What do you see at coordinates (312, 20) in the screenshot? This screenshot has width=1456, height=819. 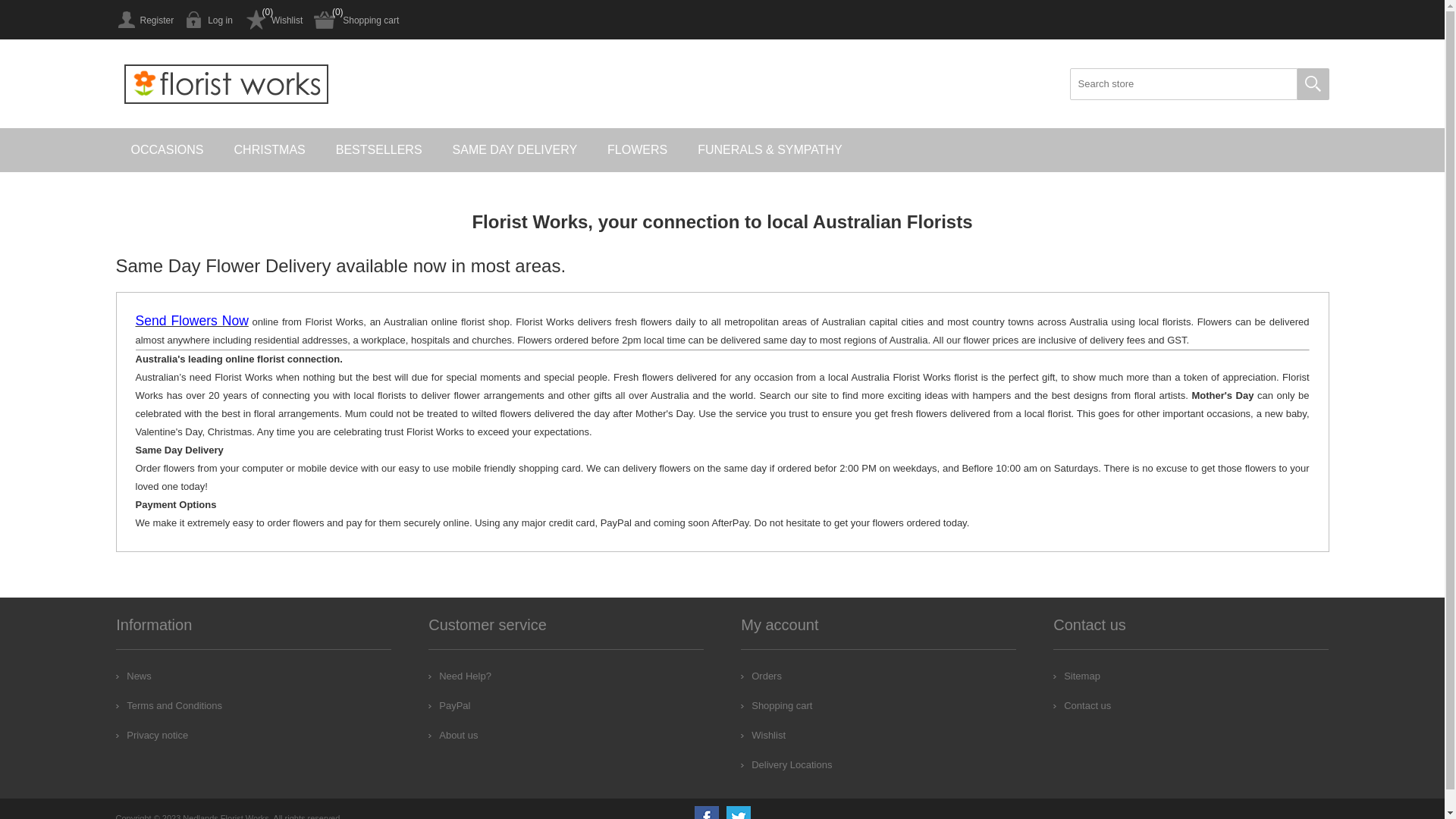 I see `'Shopping cart'` at bounding box center [312, 20].